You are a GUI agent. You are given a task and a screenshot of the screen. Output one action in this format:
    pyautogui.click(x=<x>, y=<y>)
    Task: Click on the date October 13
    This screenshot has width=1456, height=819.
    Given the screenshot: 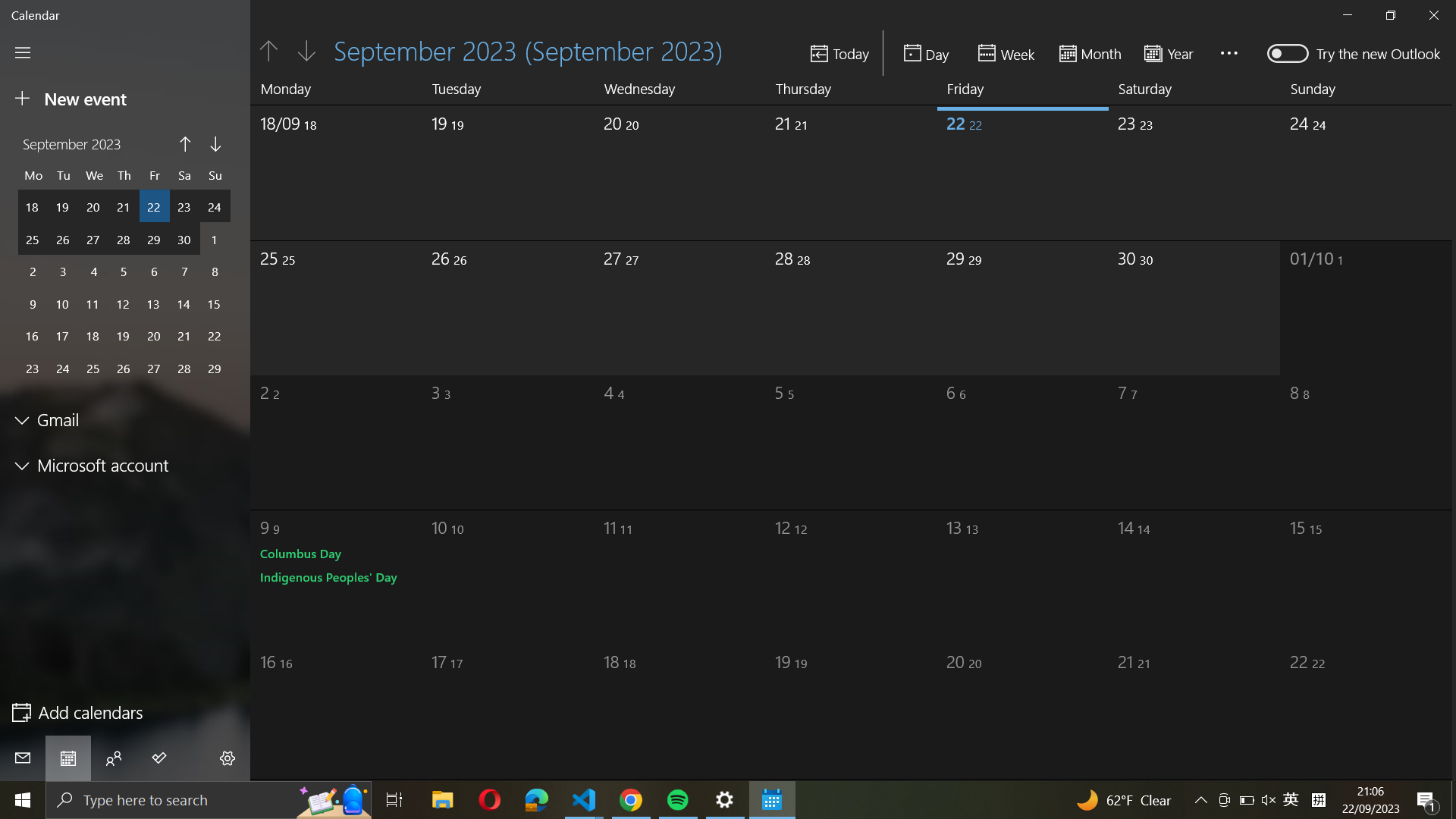 What is the action you would take?
    pyautogui.click(x=1001, y=571)
    